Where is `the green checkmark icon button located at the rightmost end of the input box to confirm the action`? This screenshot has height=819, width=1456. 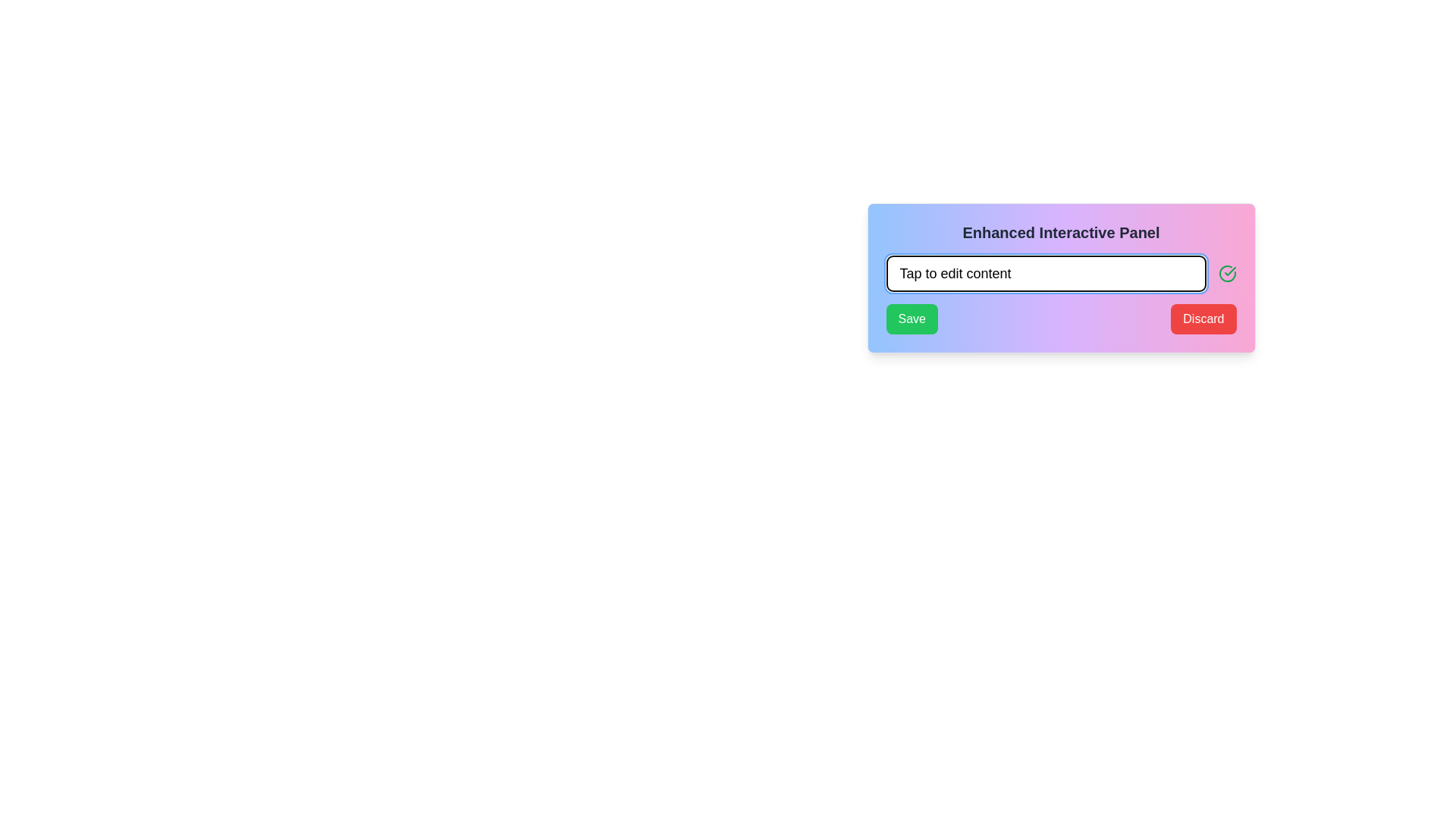
the green checkmark icon button located at the rightmost end of the input box to confirm the action is located at coordinates (1227, 274).